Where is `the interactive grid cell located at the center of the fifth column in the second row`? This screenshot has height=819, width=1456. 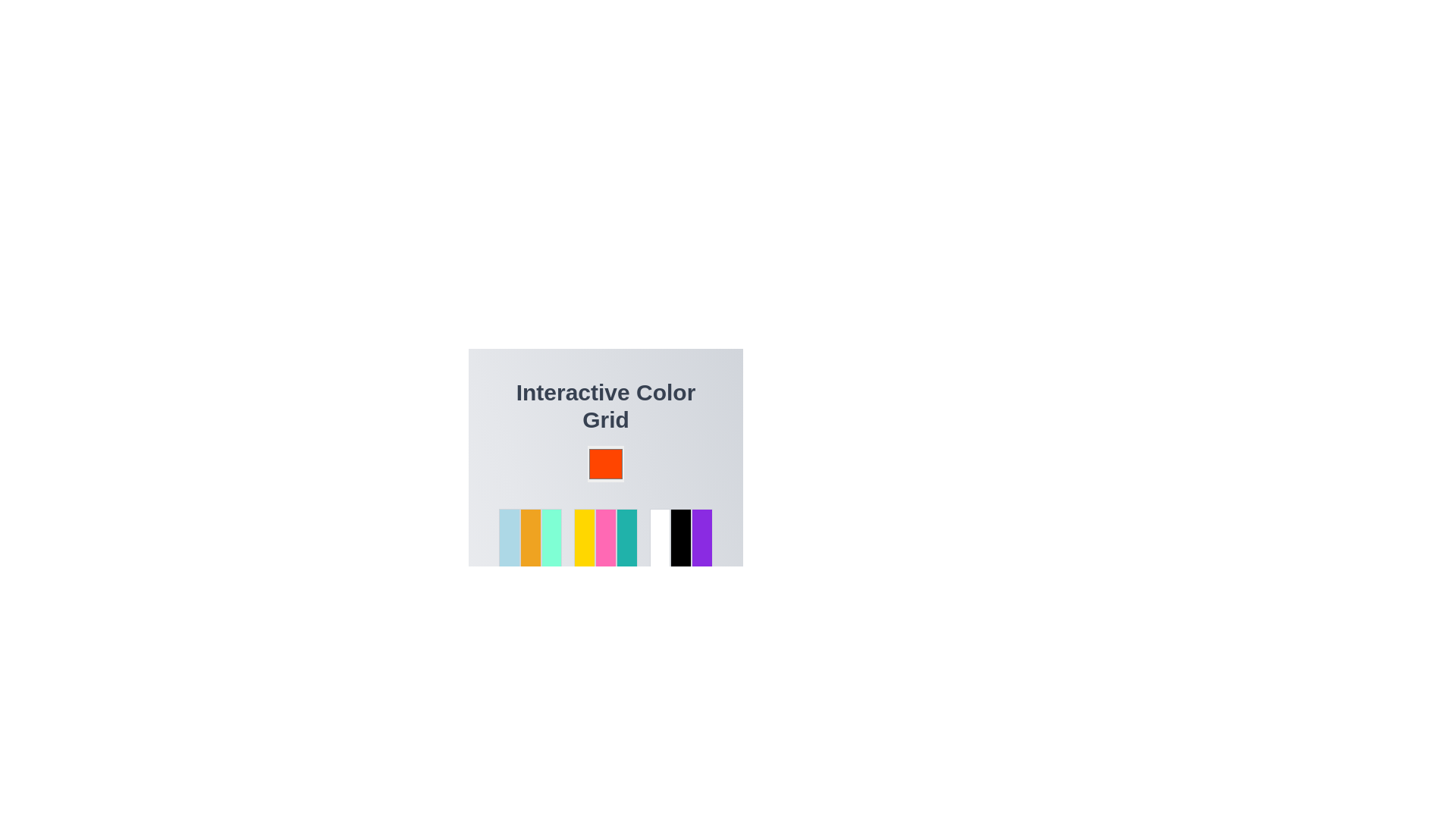
the interactive grid cell located at the center of the fifth column in the second row is located at coordinates (604, 538).